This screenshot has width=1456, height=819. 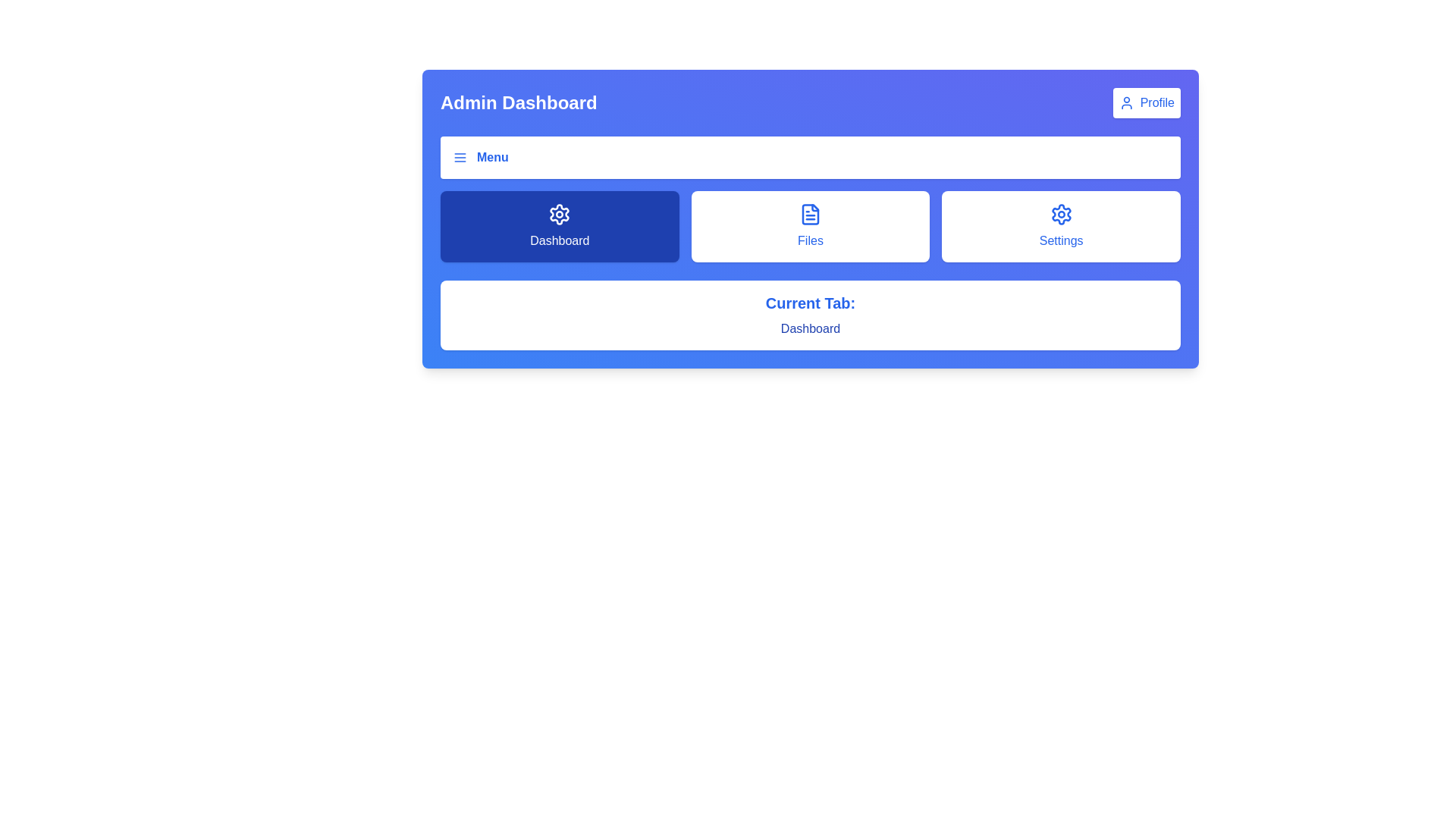 I want to click on the rectangular file document icon with a light blue outline located in the 'Files' section of the navigation bar, positioned between 'Dashboard' and 'Settings', so click(x=810, y=214).